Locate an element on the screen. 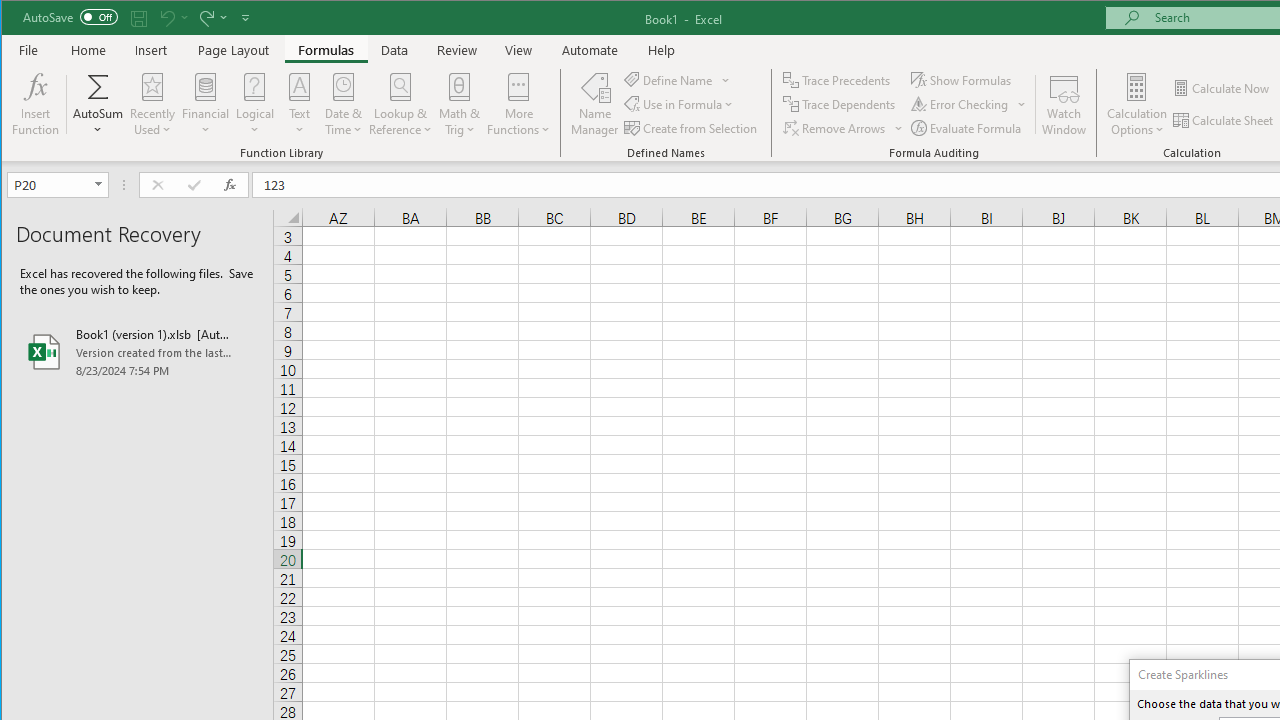 This screenshot has height=720, width=1280. 'Create from Selection...' is located at coordinates (692, 128).